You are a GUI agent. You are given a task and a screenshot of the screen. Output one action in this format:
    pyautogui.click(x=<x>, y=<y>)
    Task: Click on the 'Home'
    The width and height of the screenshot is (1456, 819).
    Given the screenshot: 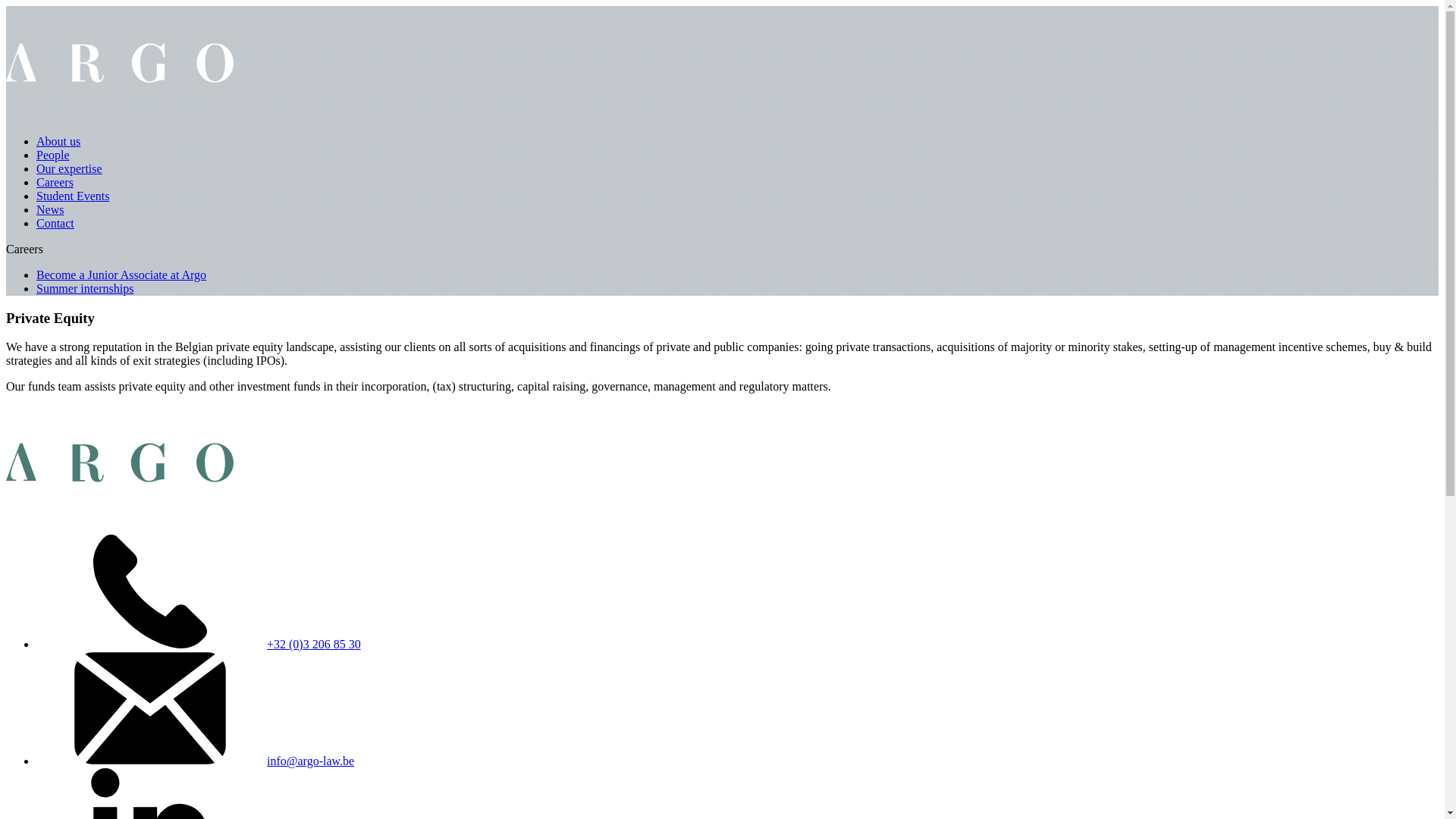 What is the action you would take?
    pyautogui.click(x=119, y=115)
    